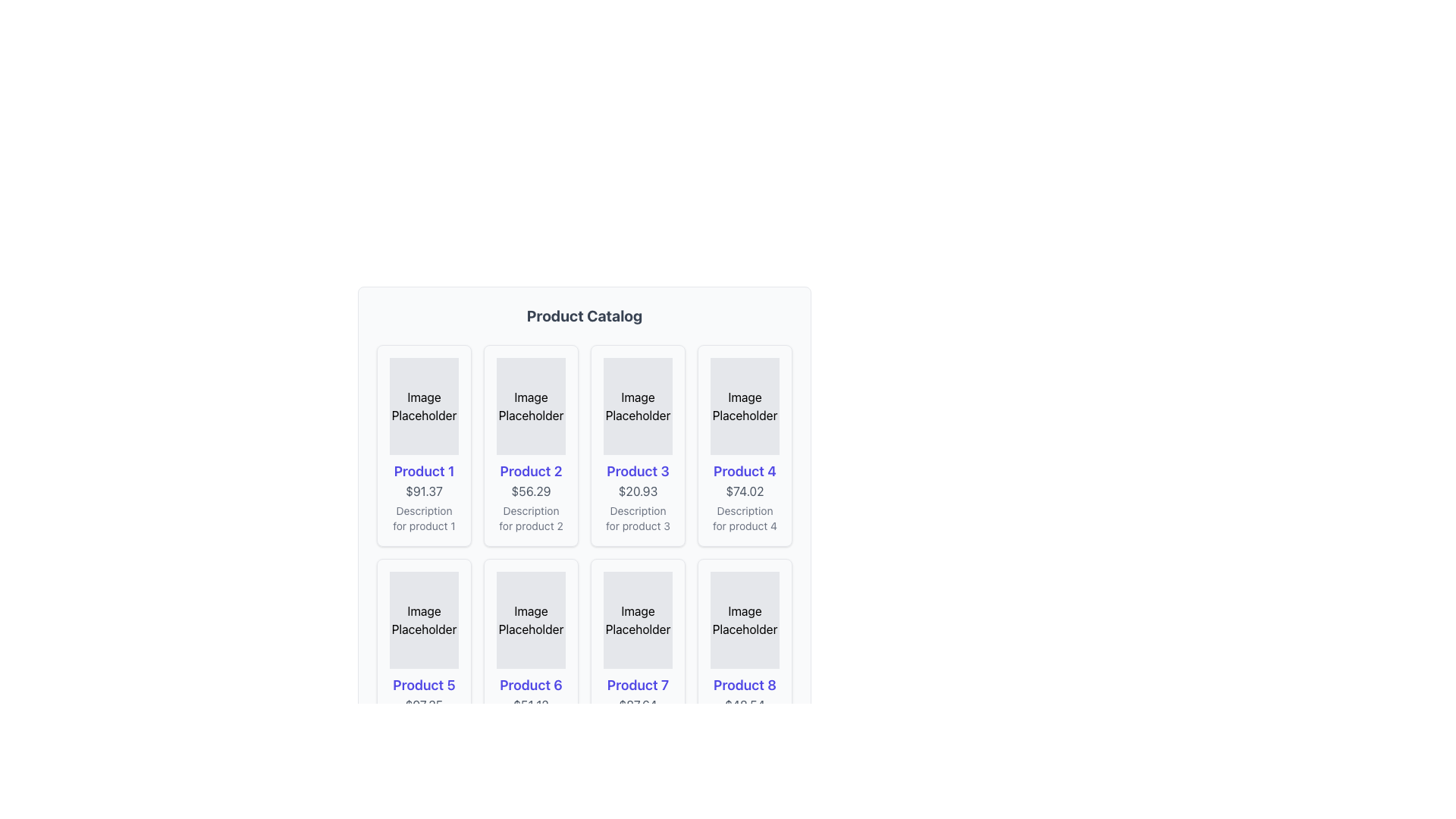  Describe the element at coordinates (638, 685) in the screenshot. I see `the text label for 'Product 7'` at that location.